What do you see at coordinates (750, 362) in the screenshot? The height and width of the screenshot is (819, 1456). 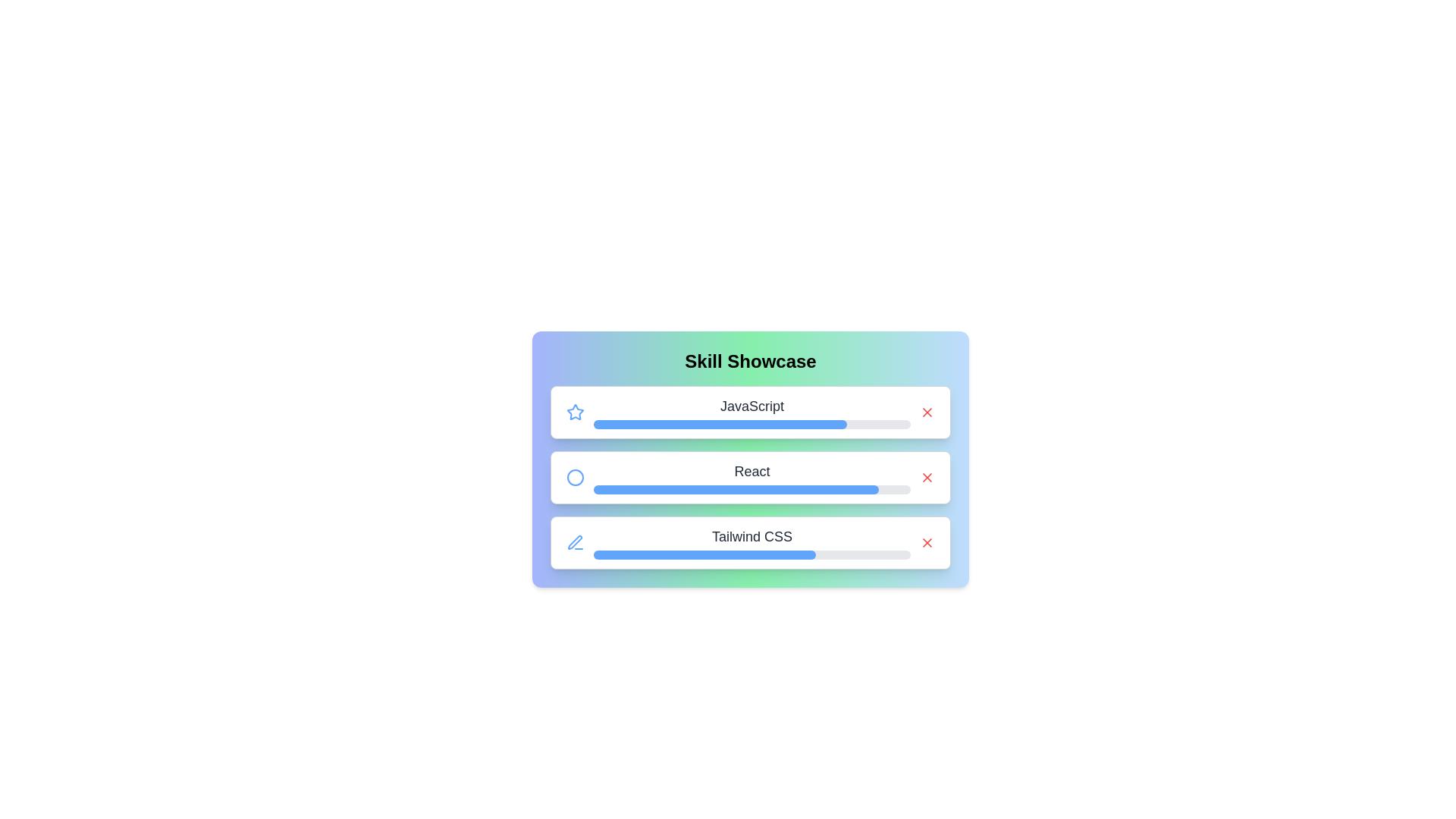 I see `the Skill Showcase title` at bounding box center [750, 362].